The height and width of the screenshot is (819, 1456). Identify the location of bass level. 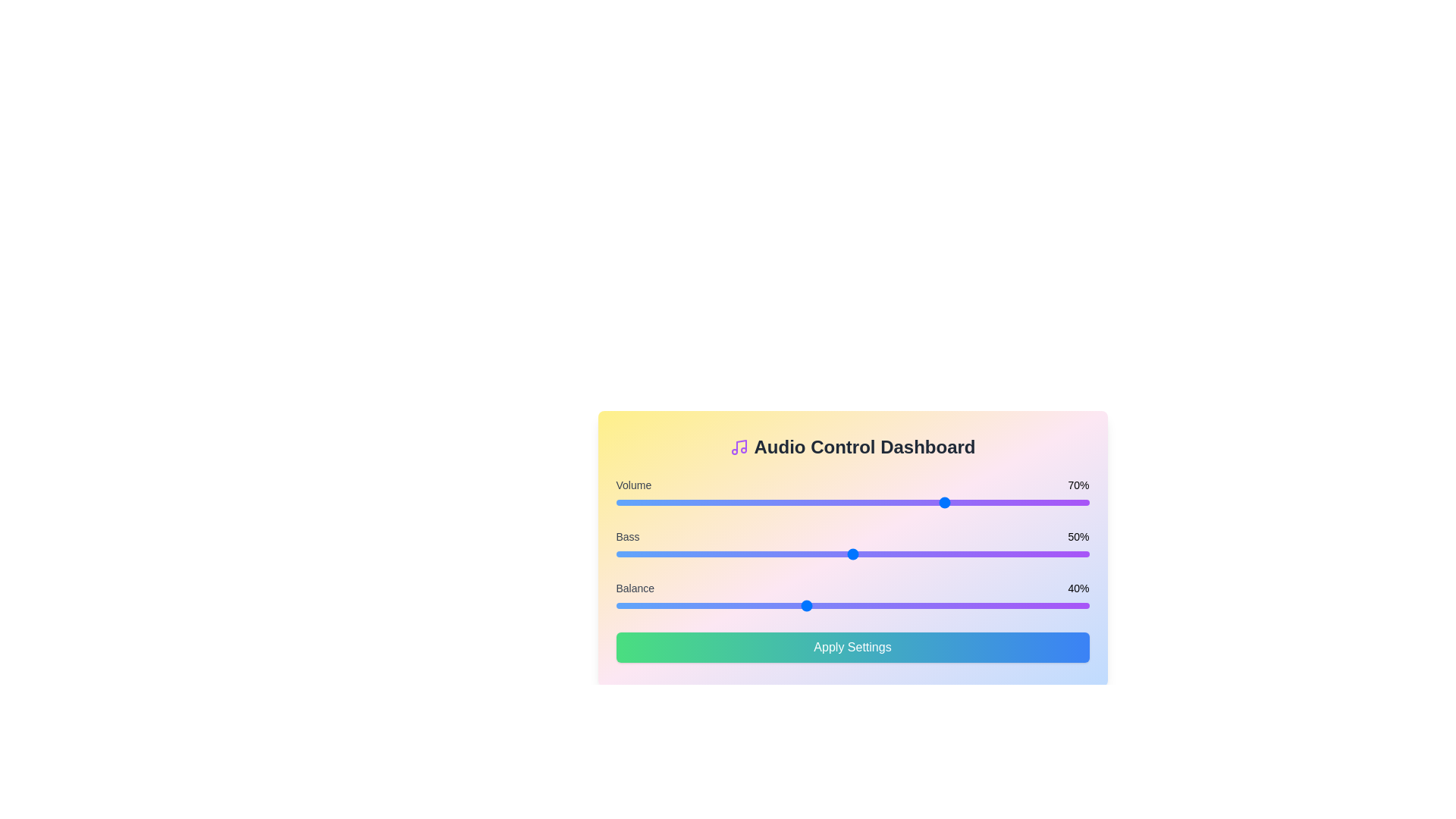
(971, 554).